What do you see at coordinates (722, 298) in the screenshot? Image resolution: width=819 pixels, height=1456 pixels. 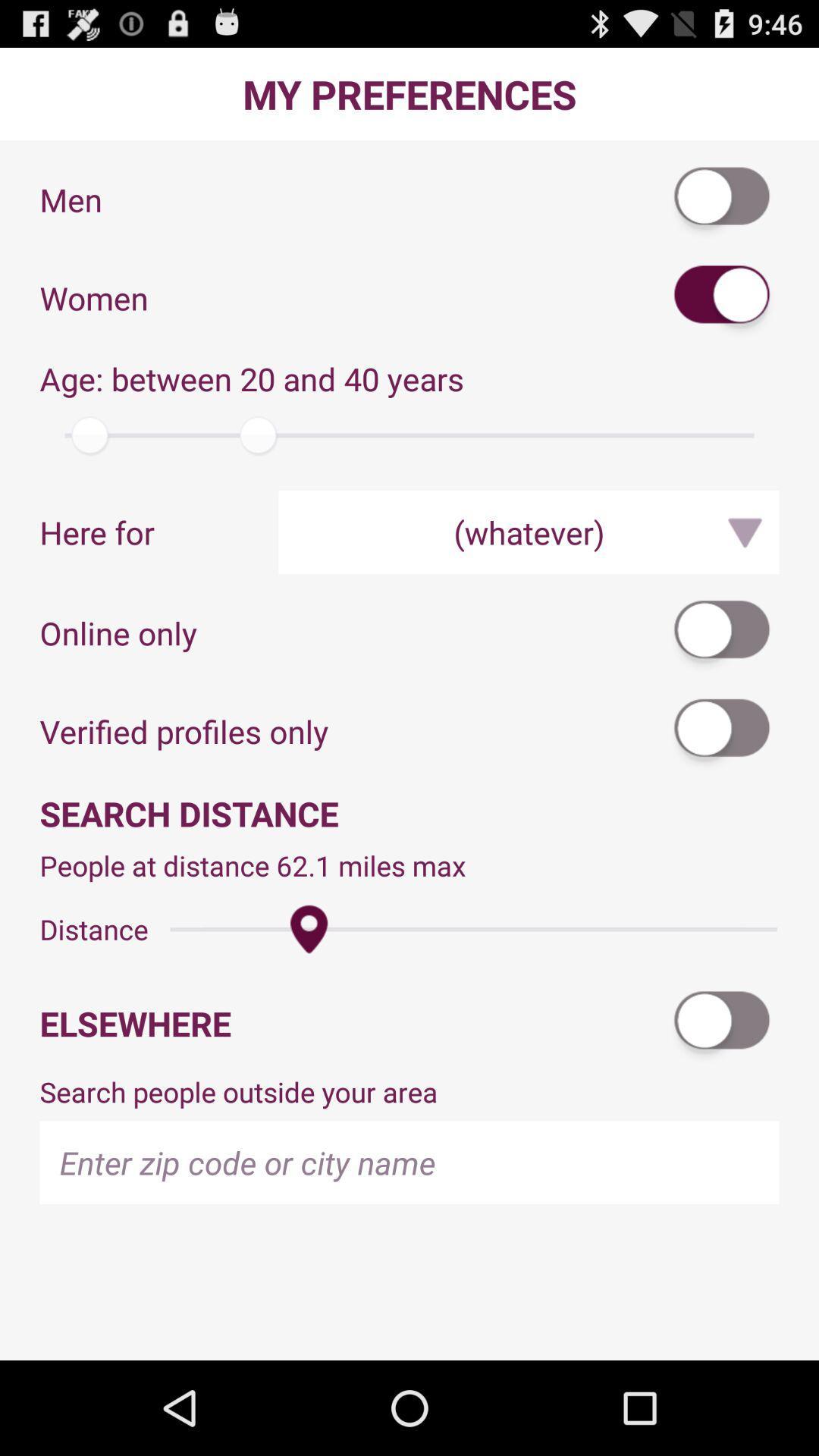 I see `gender option` at bounding box center [722, 298].